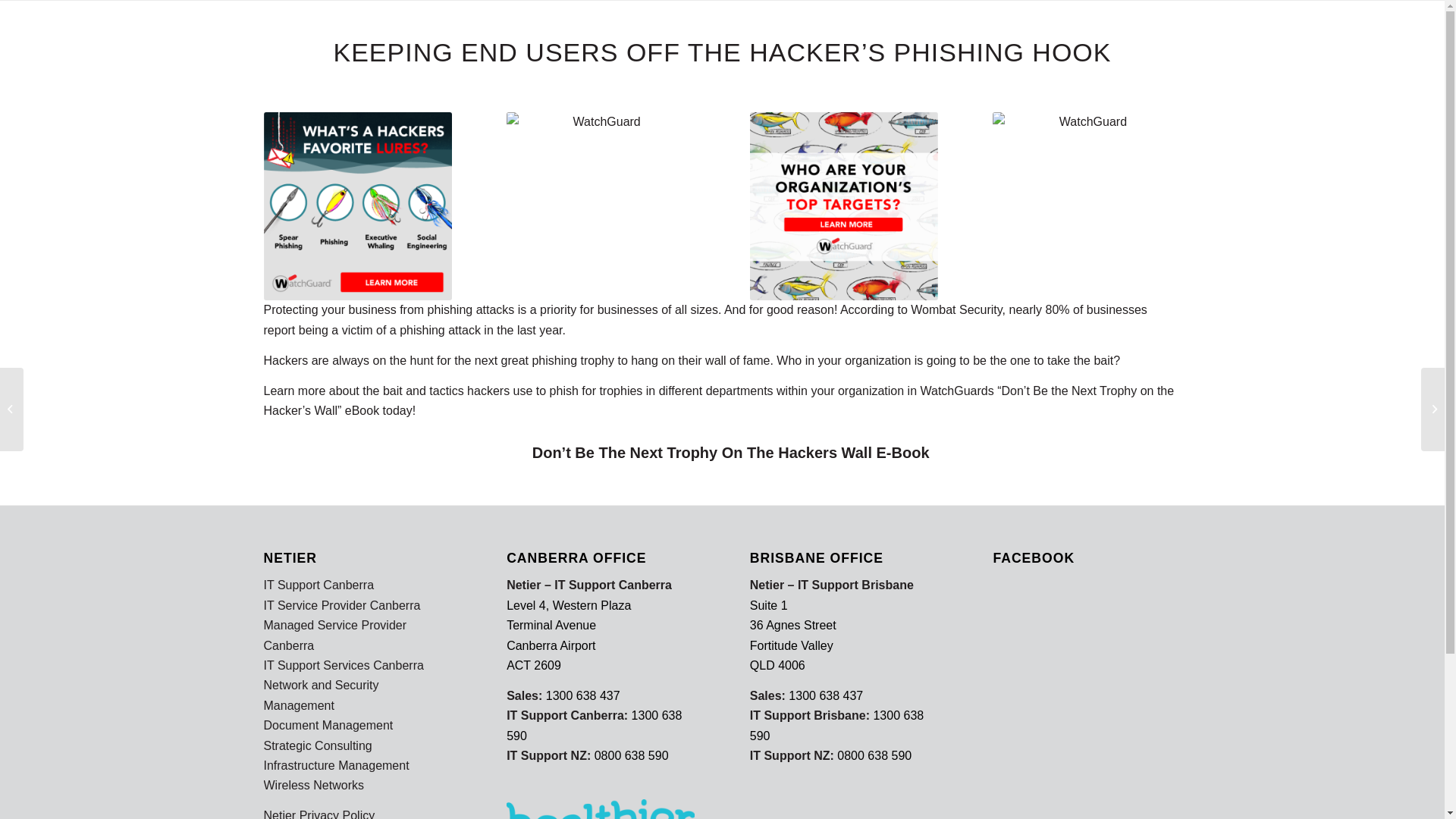 This screenshot has width=1456, height=819. Describe the element at coordinates (336, 765) in the screenshot. I see `'Infrastructure Management'` at that location.